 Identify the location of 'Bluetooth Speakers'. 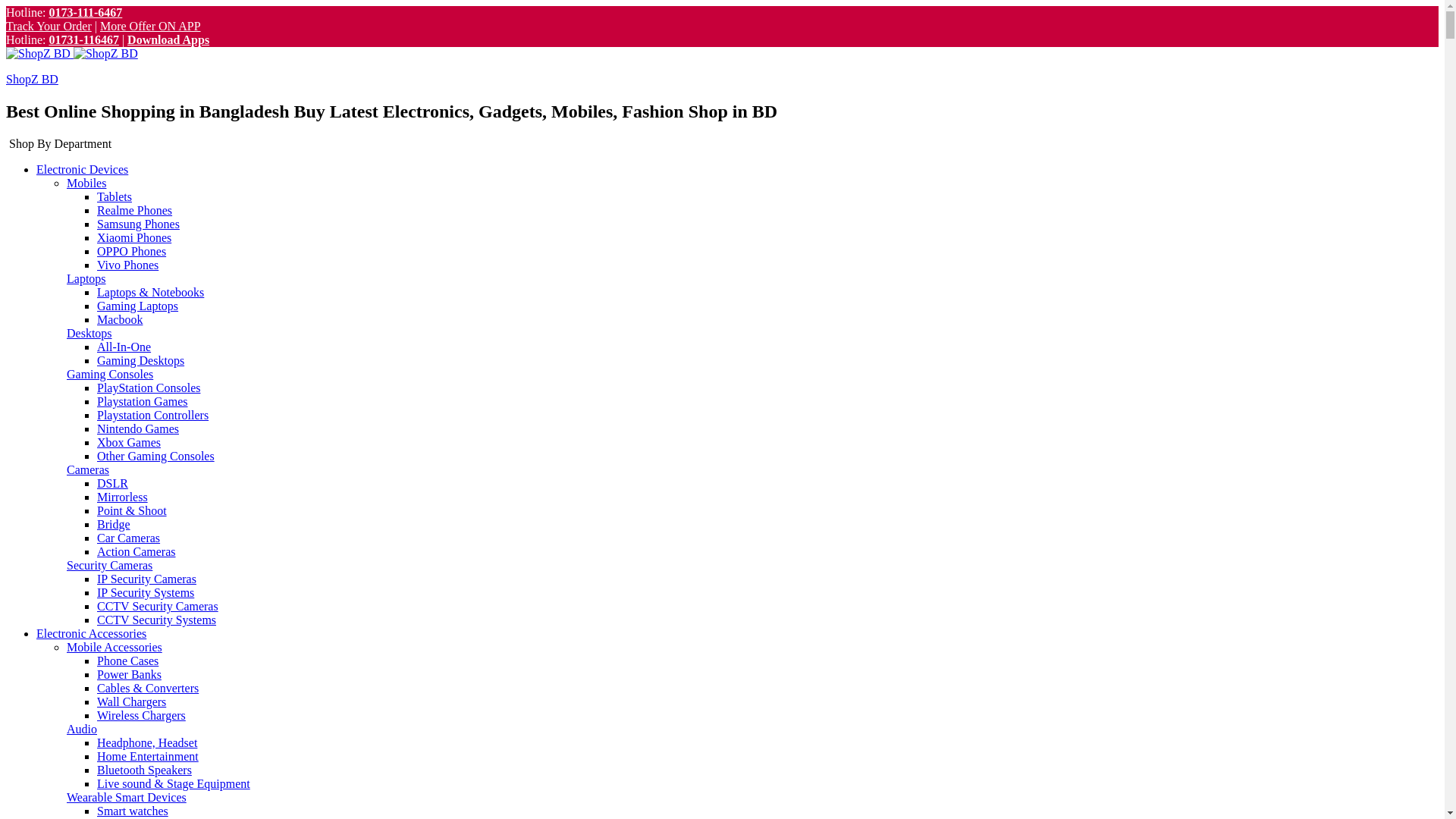
(144, 770).